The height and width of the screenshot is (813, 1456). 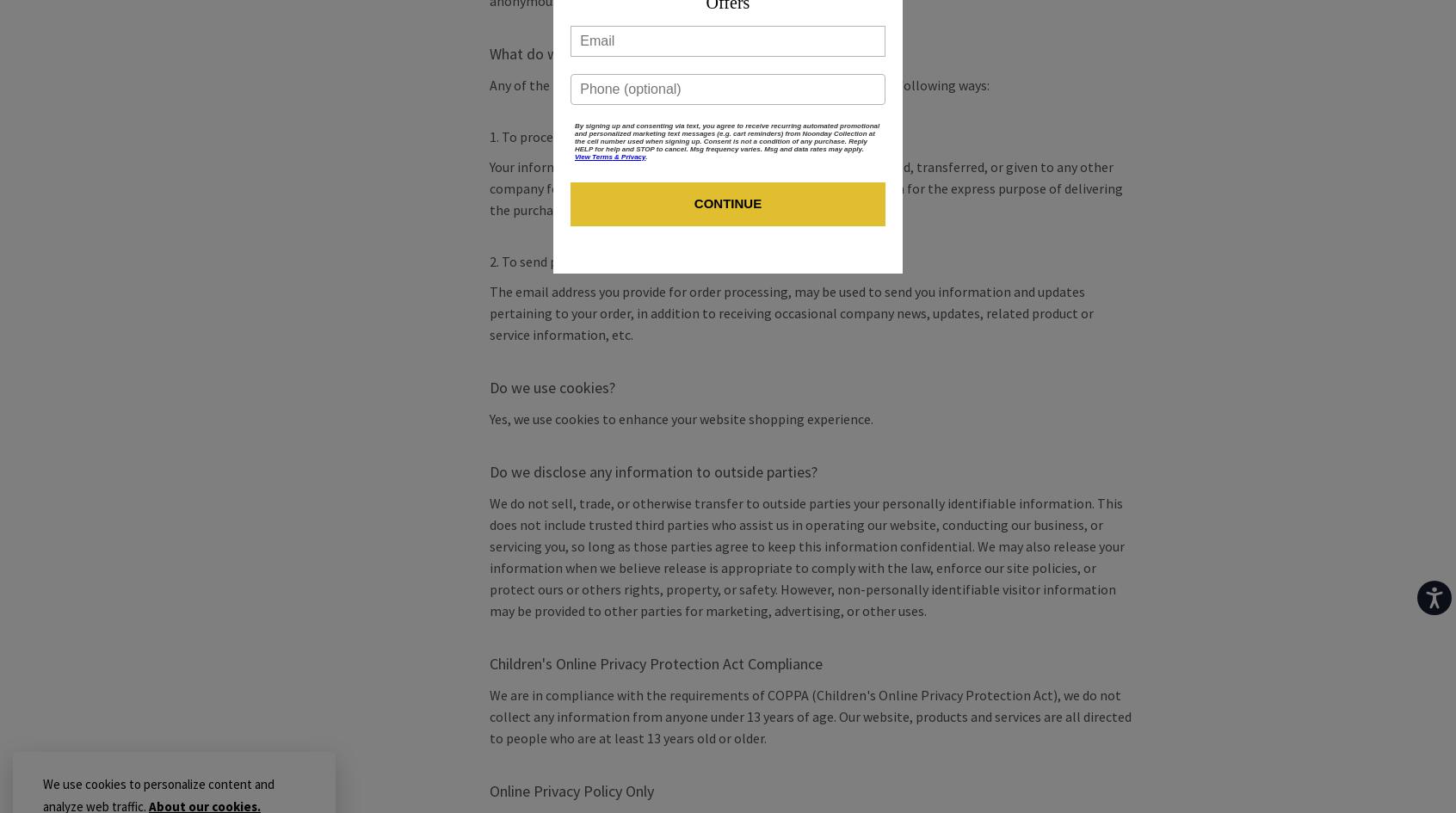 I want to click on 'Do we use cookies?', so click(x=551, y=387).